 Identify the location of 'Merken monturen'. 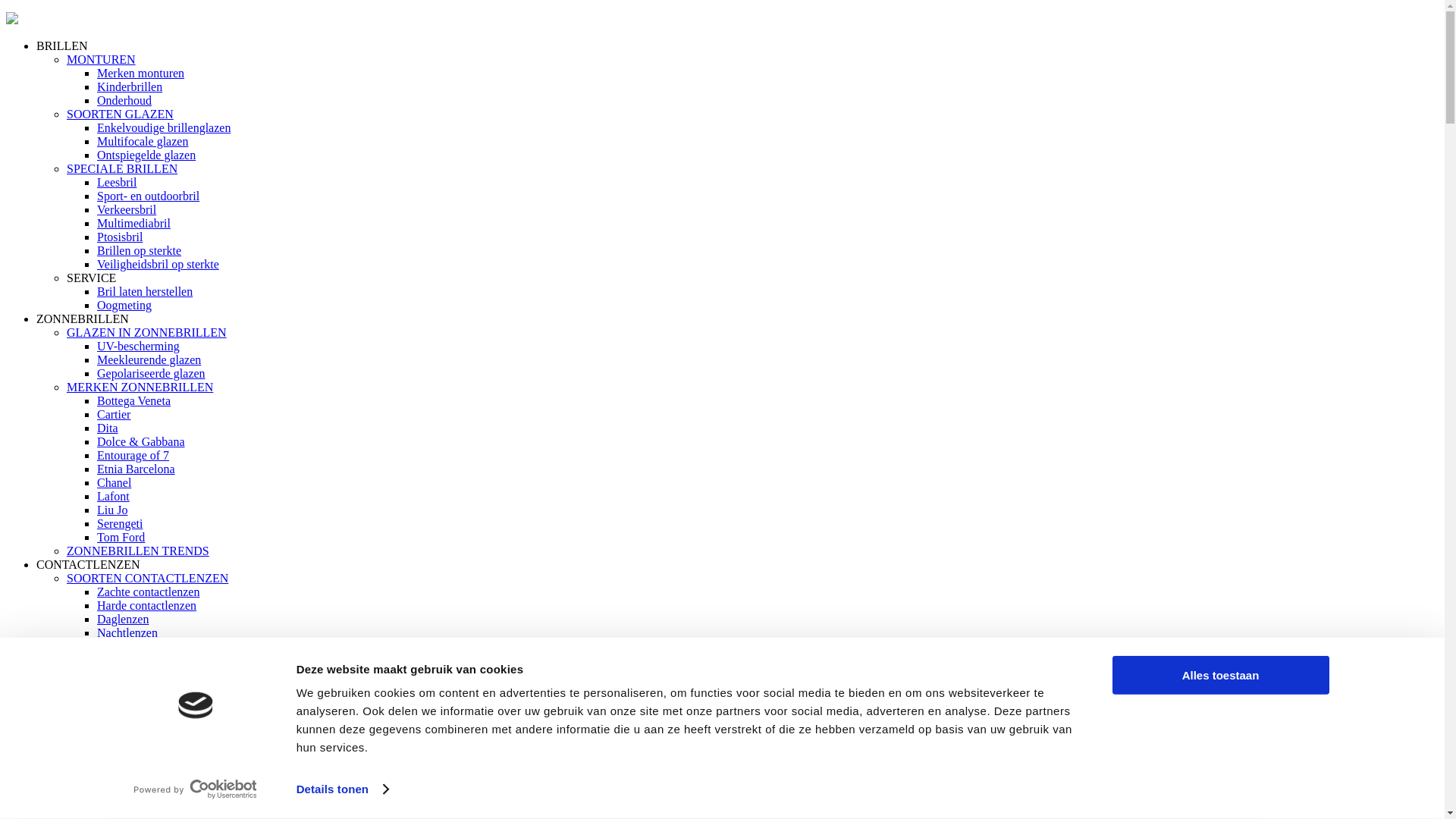
(140, 73).